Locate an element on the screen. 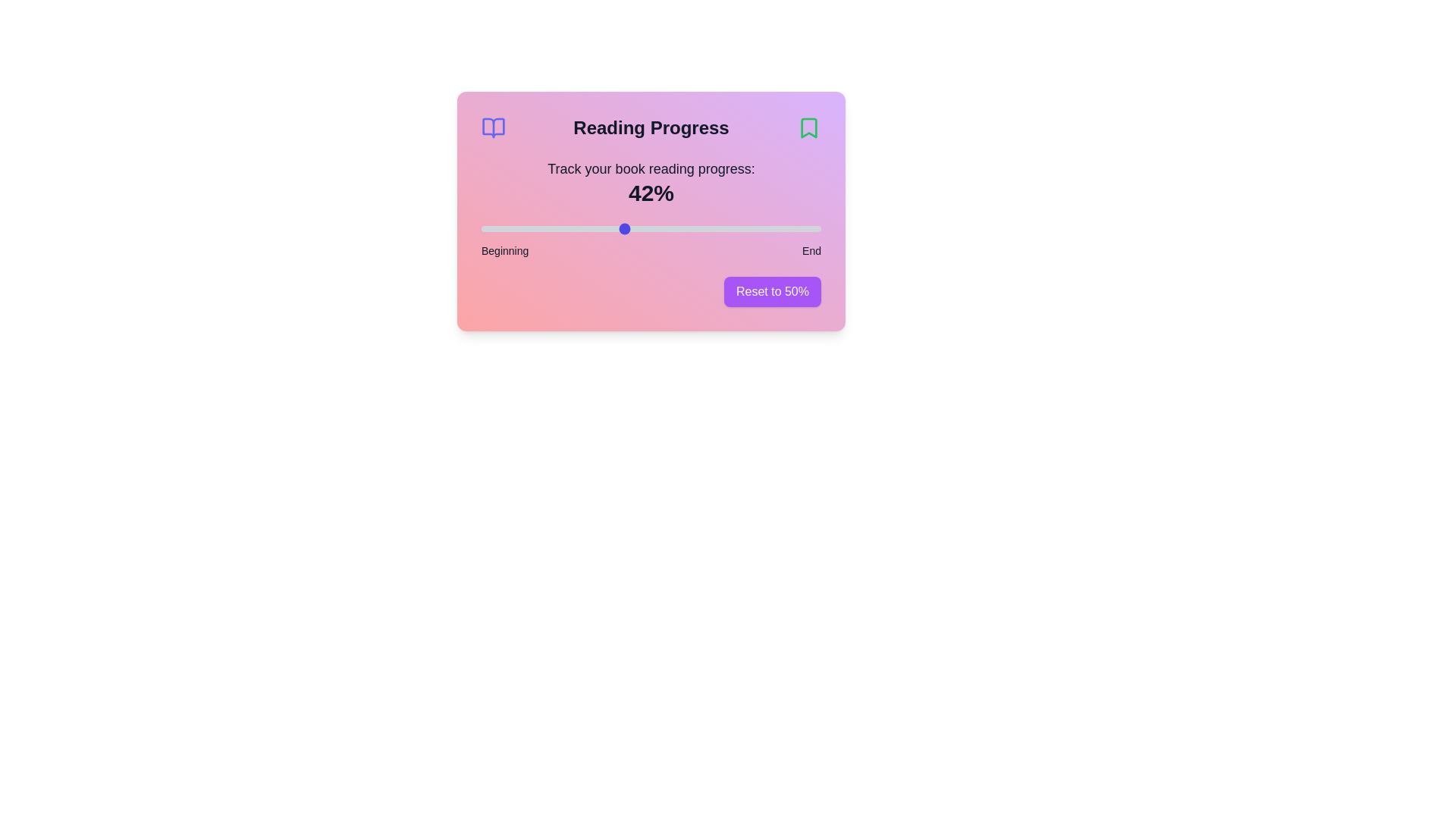 This screenshot has width=1456, height=819. the reading progress slider to 58% is located at coordinates (677, 228).